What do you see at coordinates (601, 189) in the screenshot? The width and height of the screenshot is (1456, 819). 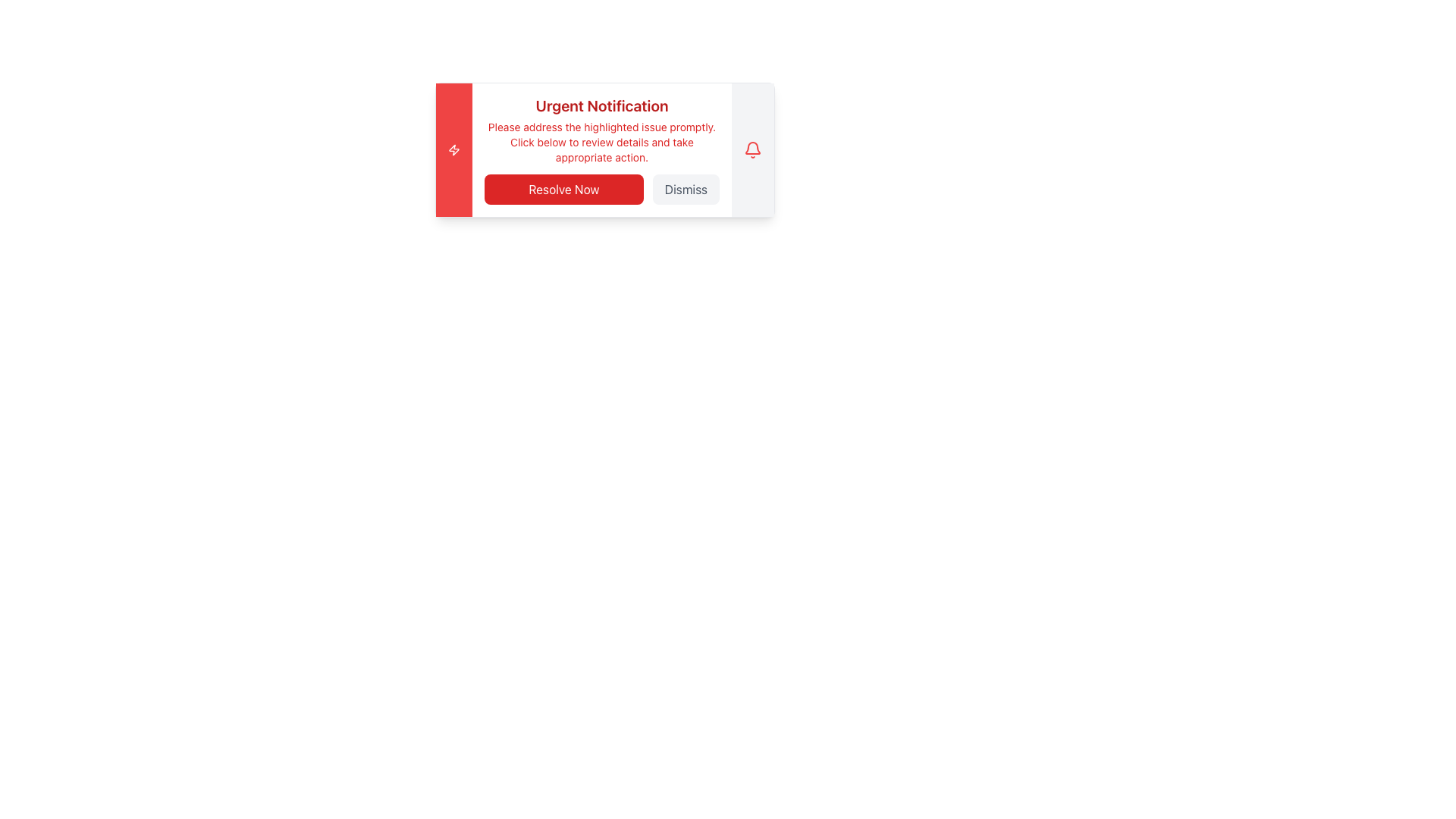 I see `the 'Resolve Now' button located in the middle of the interface` at bounding box center [601, 189].